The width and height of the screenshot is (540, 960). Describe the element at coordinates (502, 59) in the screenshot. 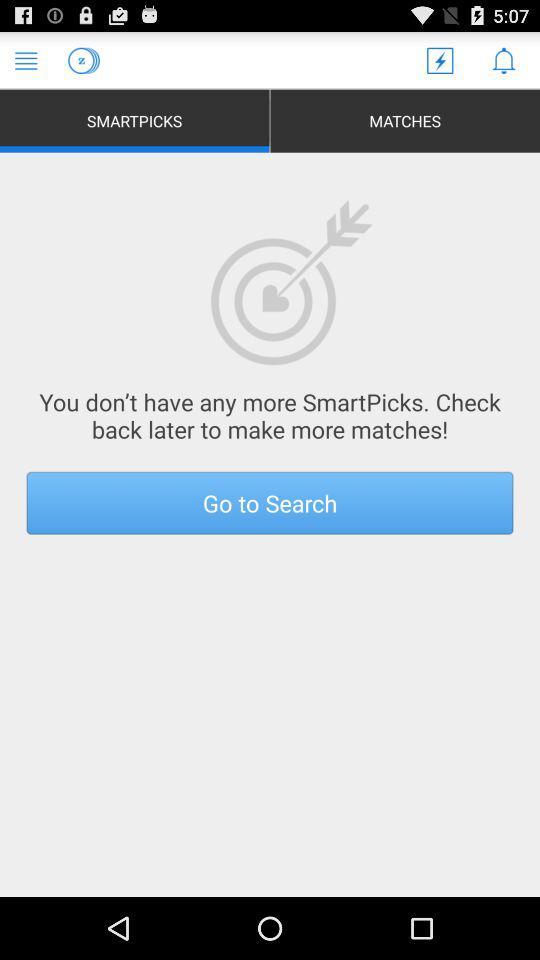

I see `notifications` at that location.